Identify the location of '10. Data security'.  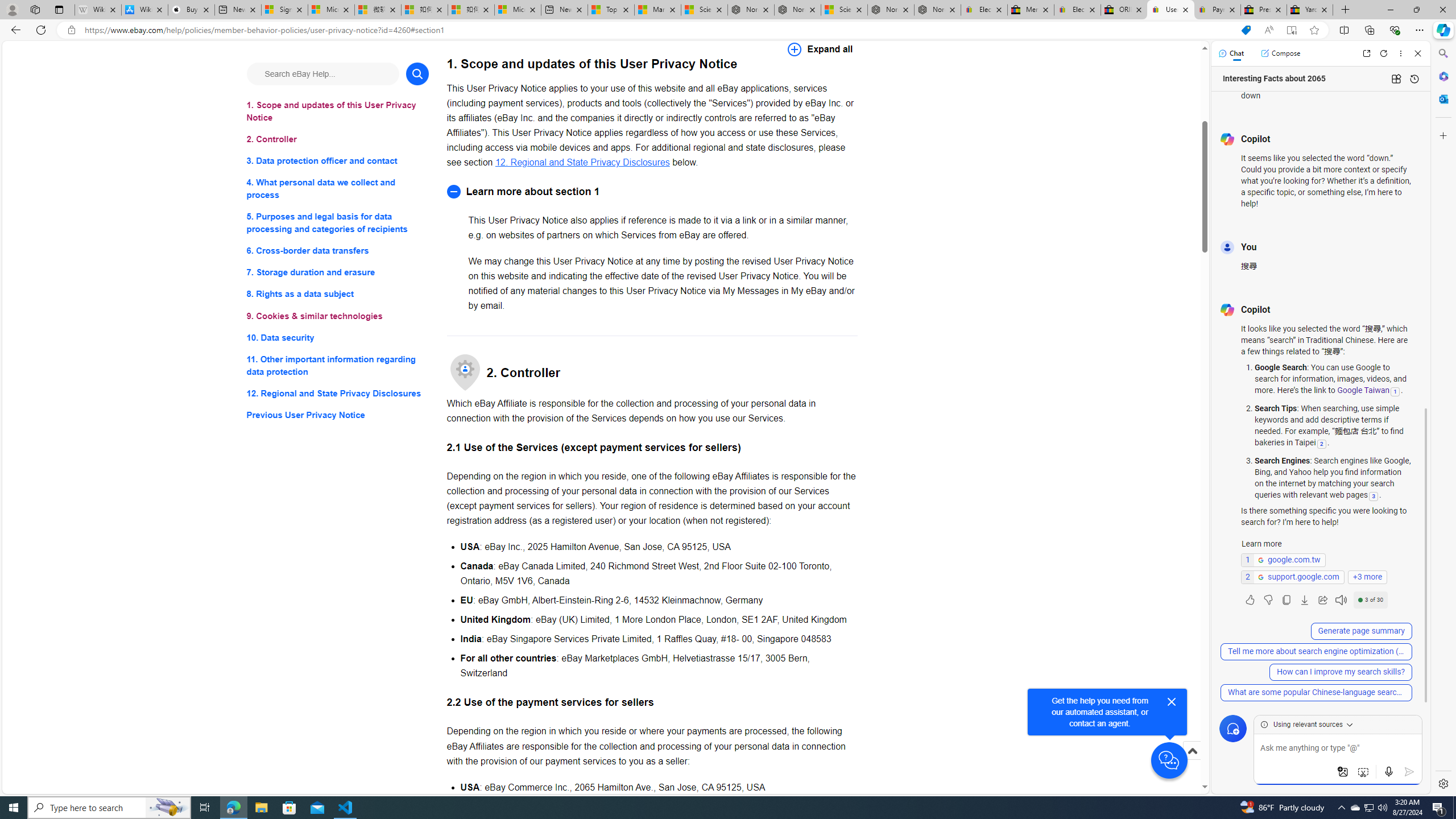
(337, 337).